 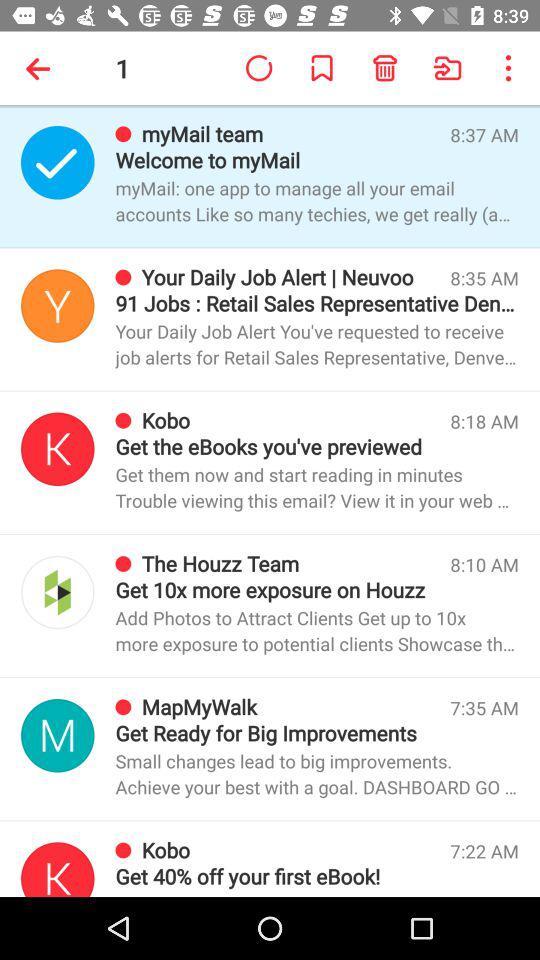 What do you see at coordinates (259, 68) in the screenshot?
I see `the item to the right of the 1 item` at bounding box center [259, 68].